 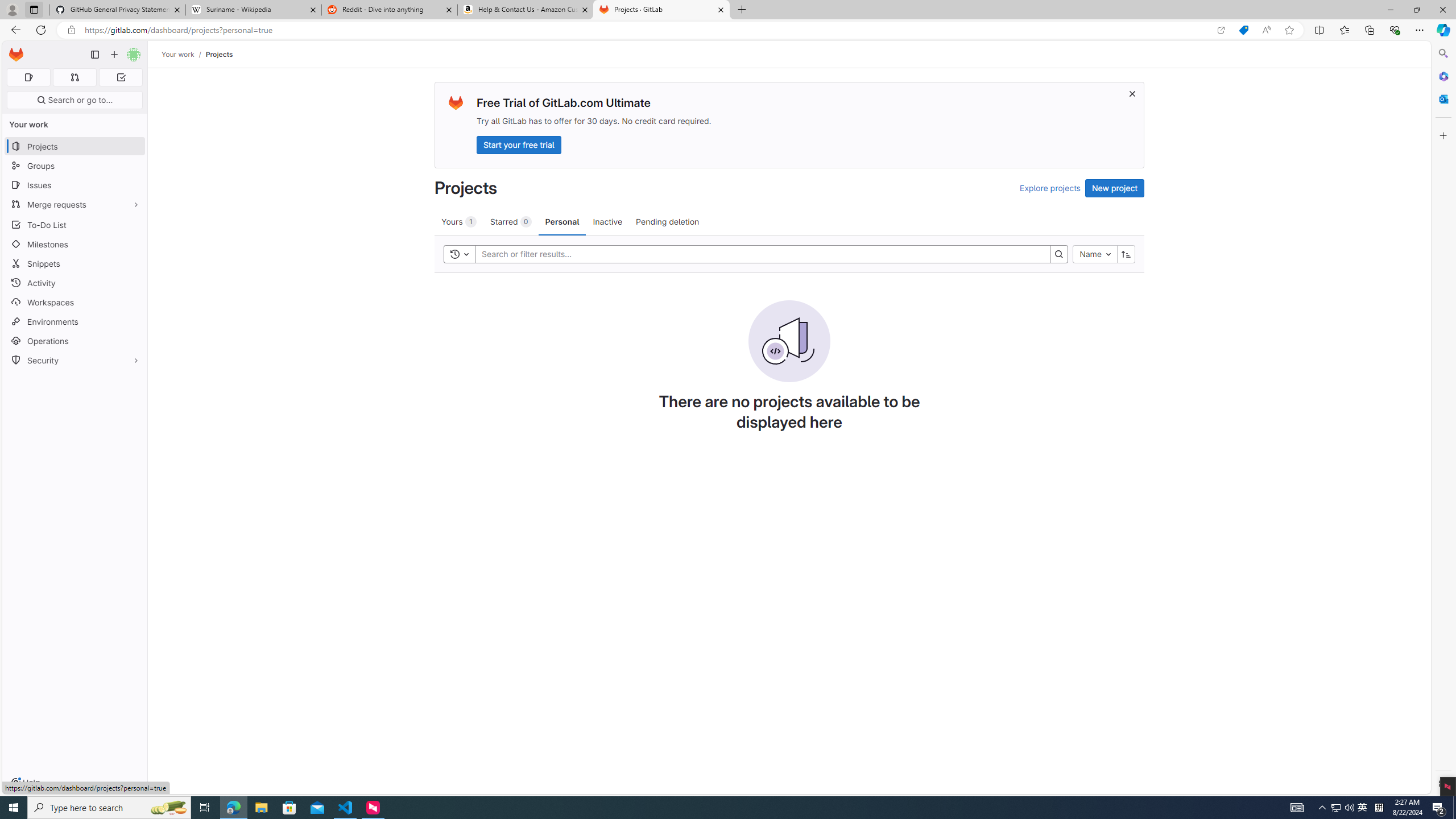 What do you see at coordinates (74, 359) in the screenshot?
I see `'Security'` at bounding box center [74, 359].